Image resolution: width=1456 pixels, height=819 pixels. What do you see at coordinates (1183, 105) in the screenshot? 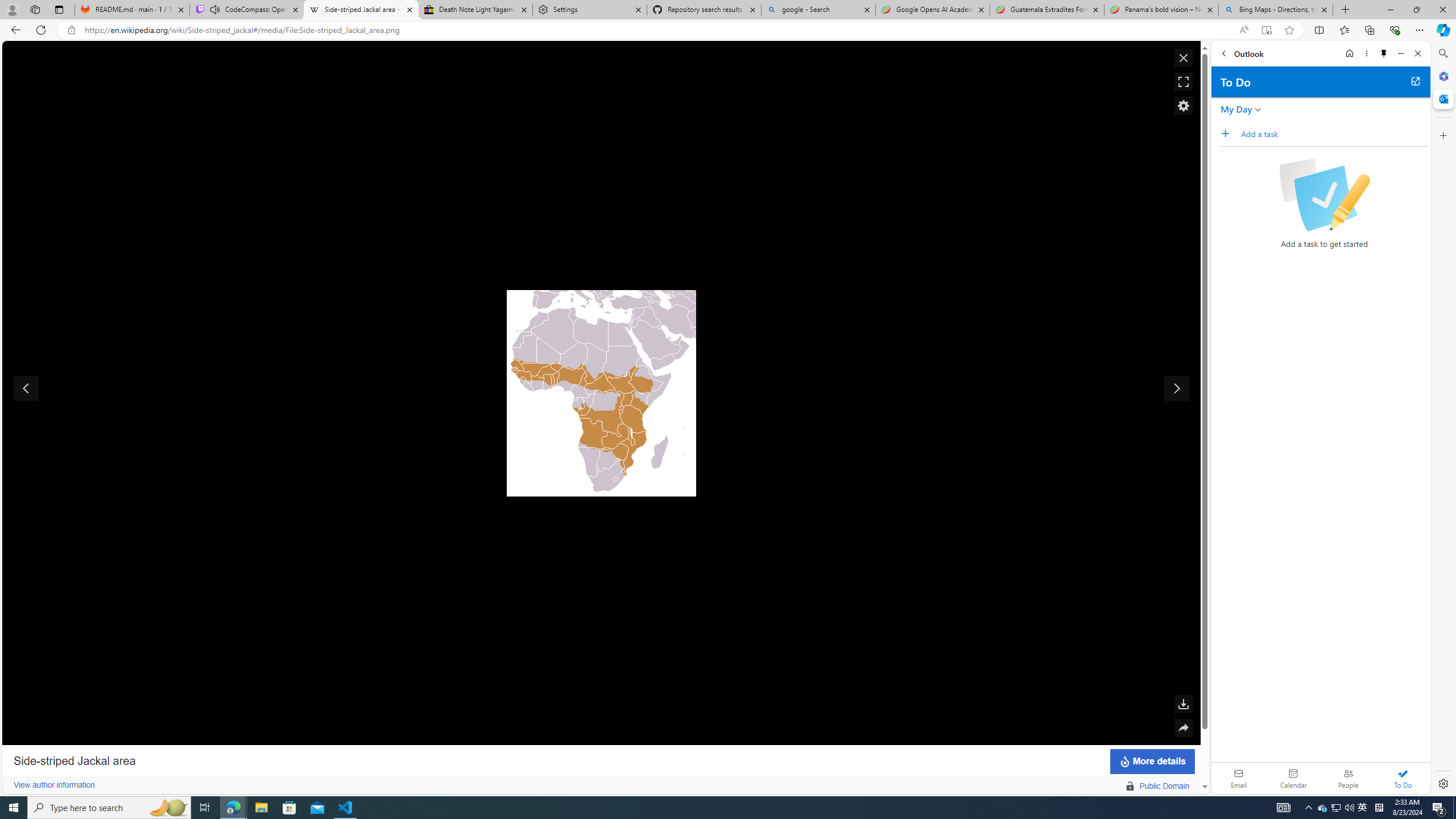
I see `'Enable or disable Media Viewer'` at bounding box center [1183, 105].